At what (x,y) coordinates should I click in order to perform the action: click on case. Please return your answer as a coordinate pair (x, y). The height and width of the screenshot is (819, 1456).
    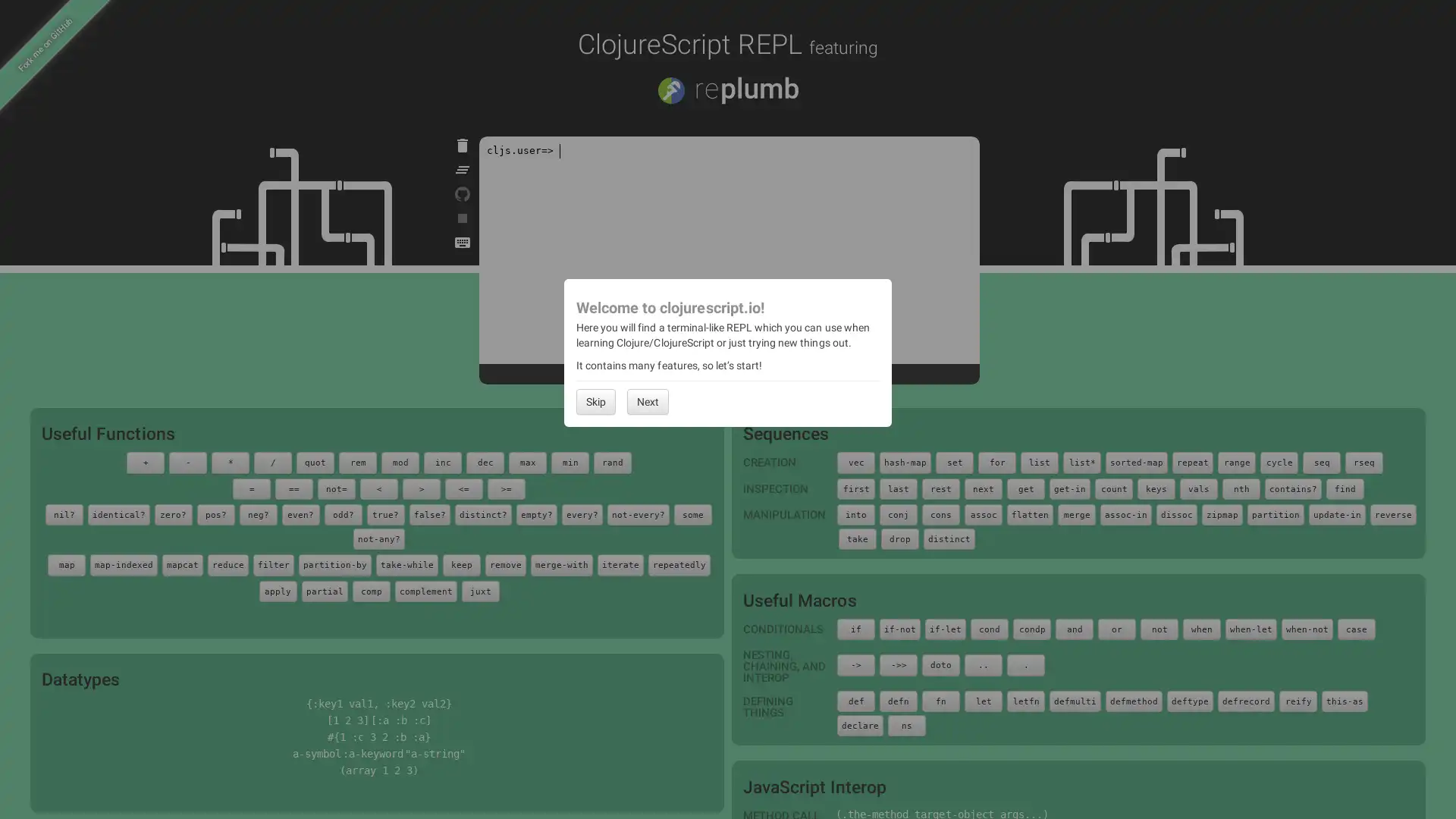
    Looking at the image, I should click on (1357, 629).